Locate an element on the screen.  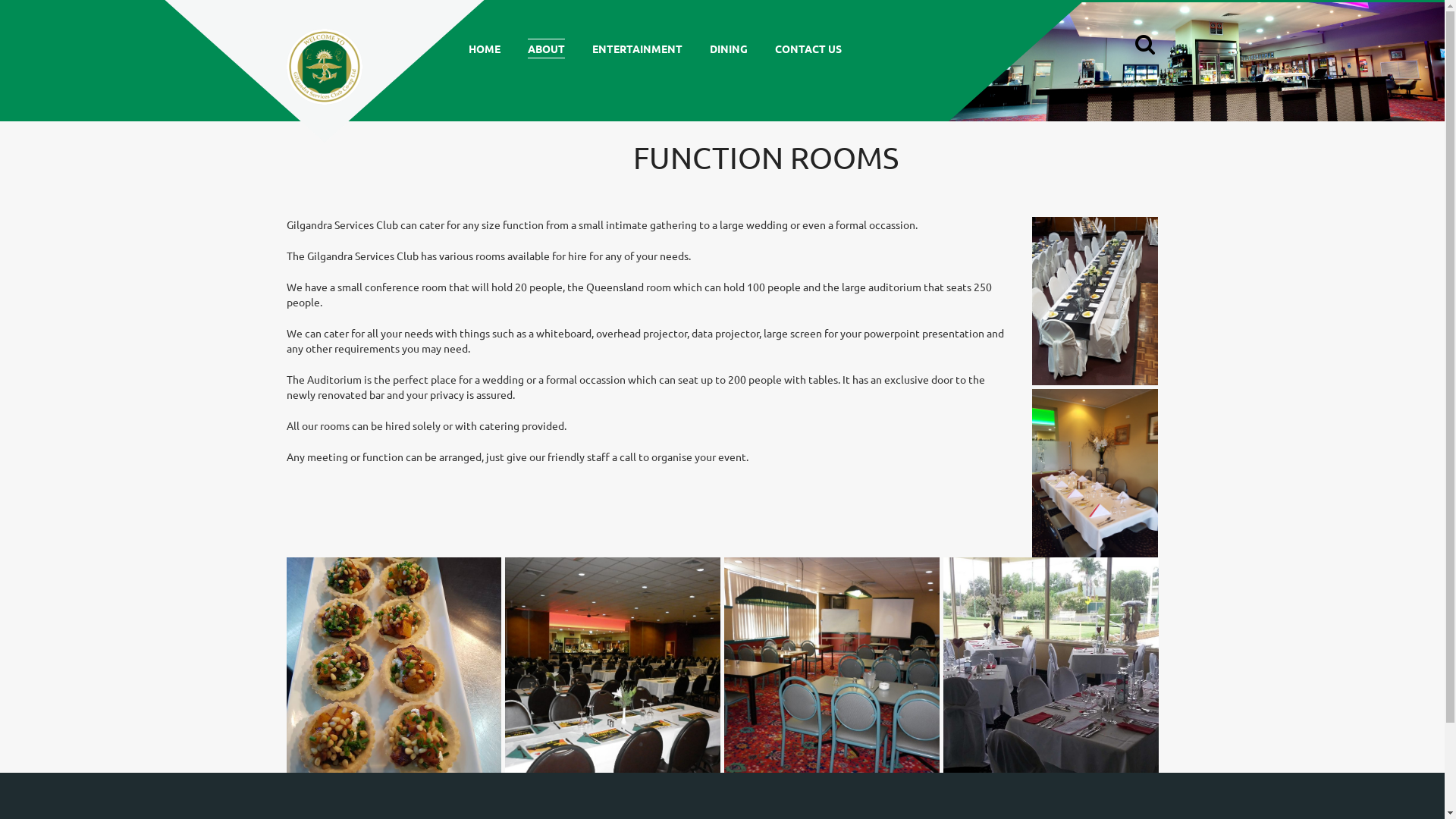
'HOME' is located at coordinates (483, 48).